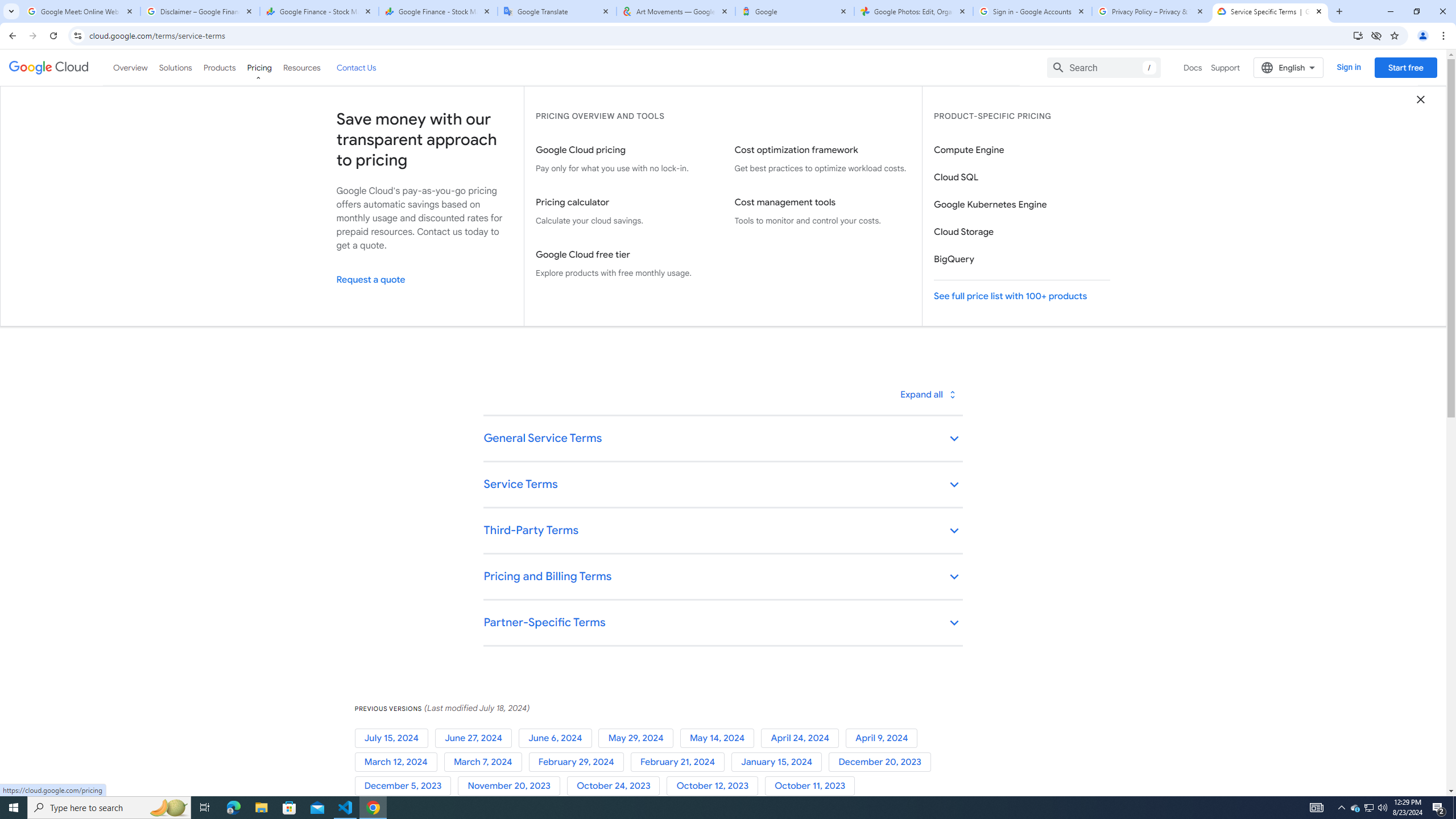 The height and width of the screenshot is (819, 1456). Describe the element at coordinates (680, 761) in the screenshot. I see `'February 21, 2024'` at that location.